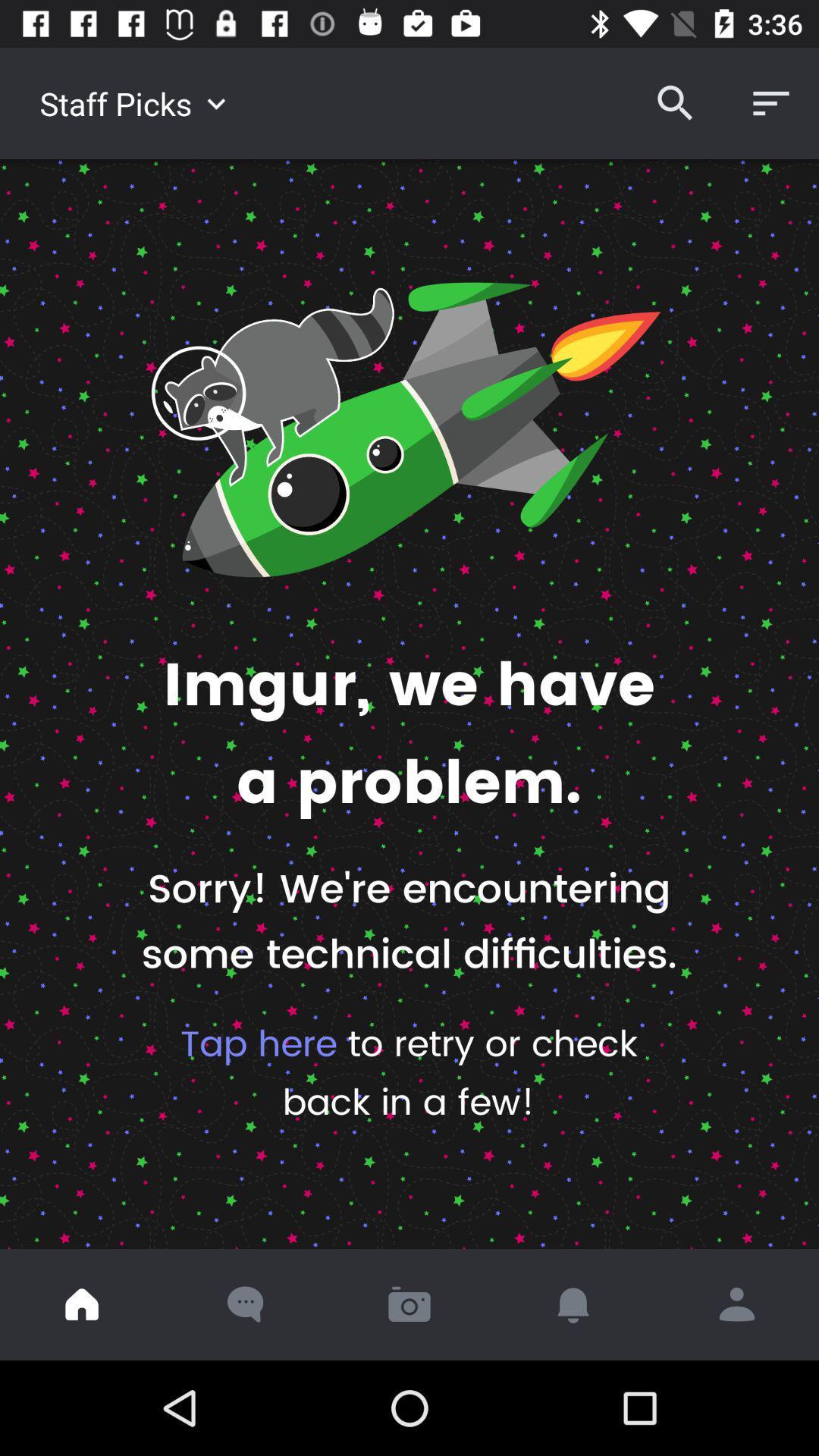  What do you see at coordinates (82, 1304) in the screenshot?
I see `home screen` at bounding box center [82, 1304].